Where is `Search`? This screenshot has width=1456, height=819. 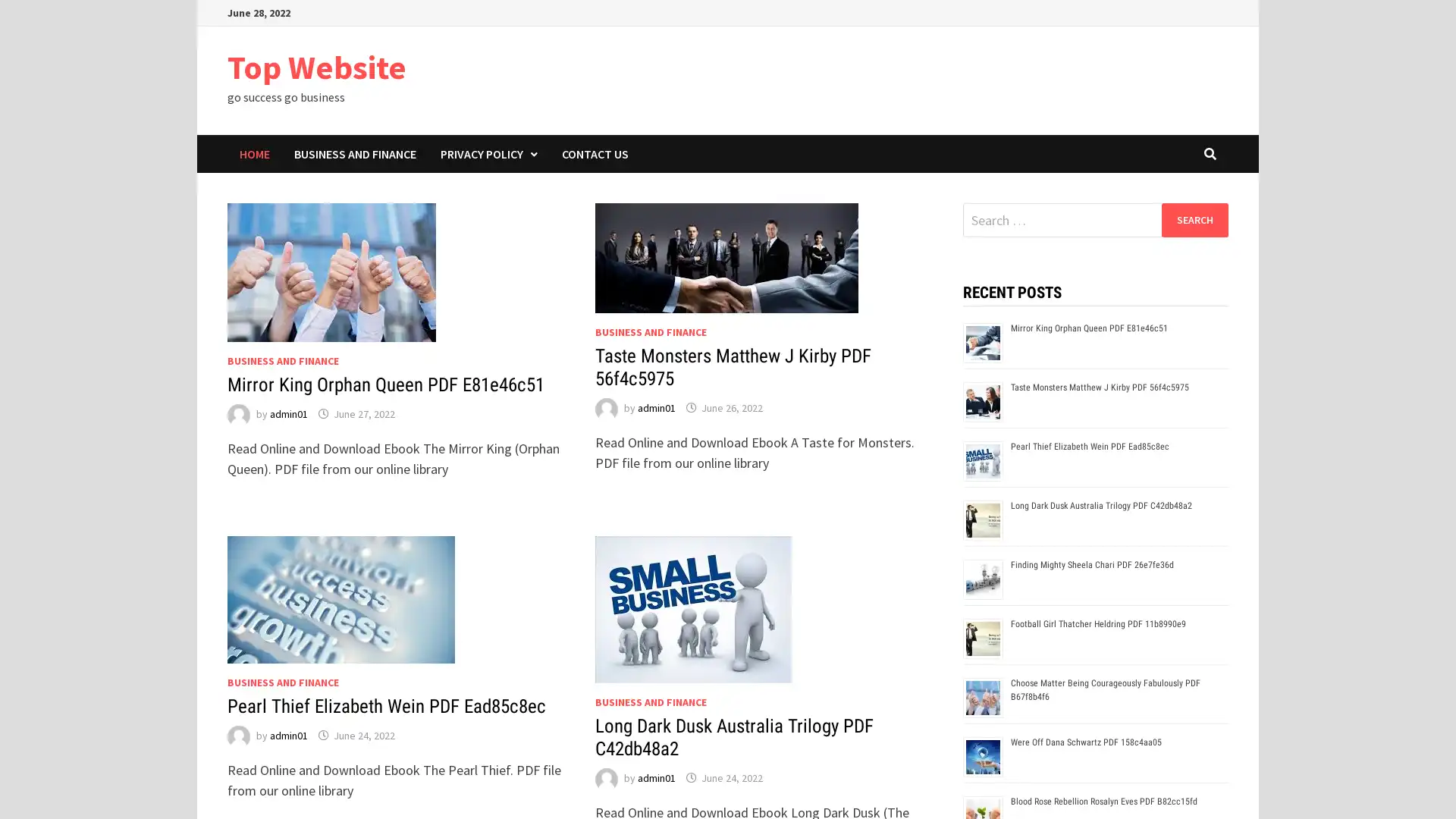 Search is located at coordinates (1194, 219).